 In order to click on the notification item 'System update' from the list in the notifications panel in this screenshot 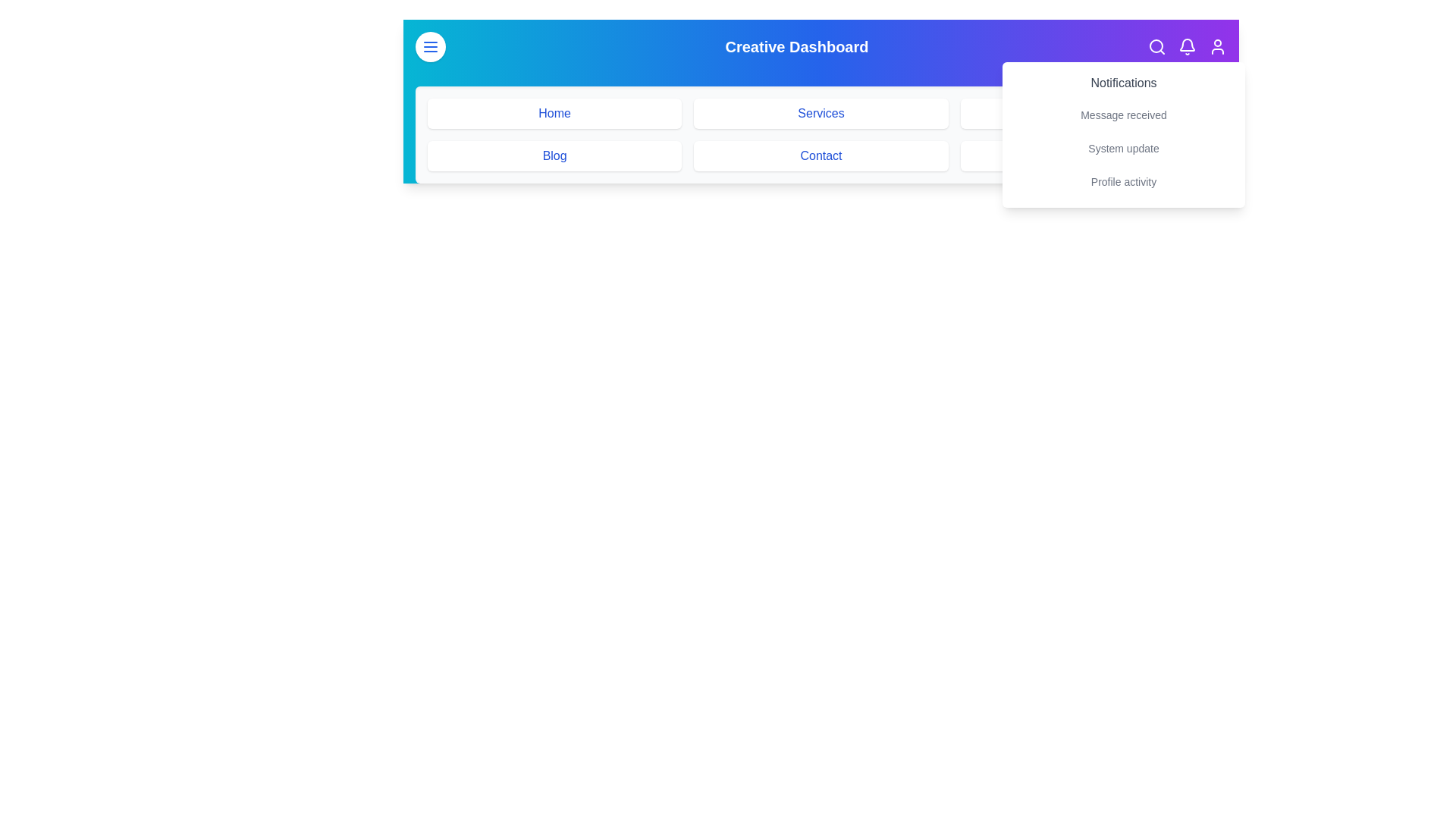, I will do `click(1124, 149)`.